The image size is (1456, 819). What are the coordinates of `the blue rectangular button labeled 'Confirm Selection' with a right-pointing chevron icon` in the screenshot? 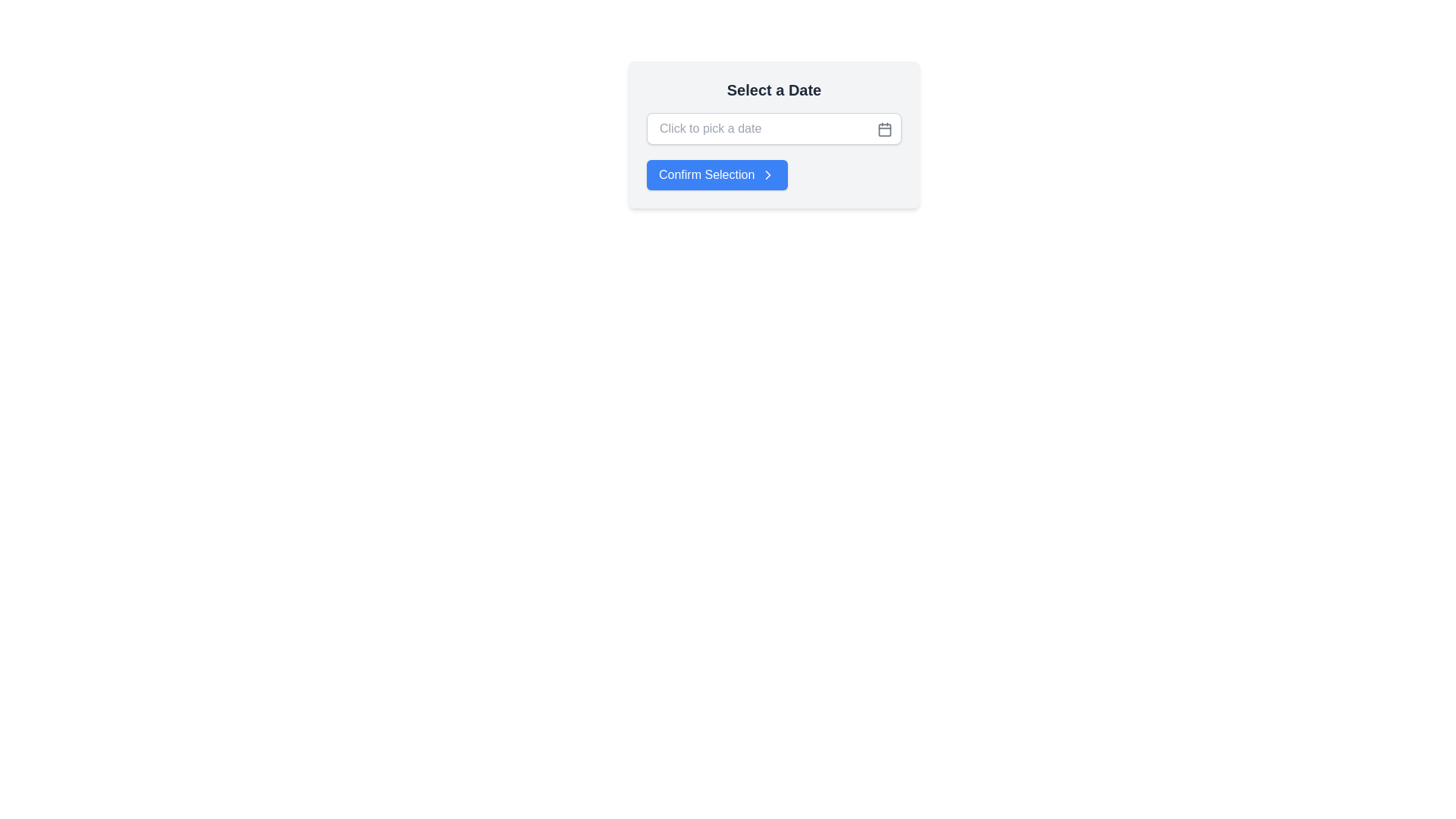 It's located at (717, 174).